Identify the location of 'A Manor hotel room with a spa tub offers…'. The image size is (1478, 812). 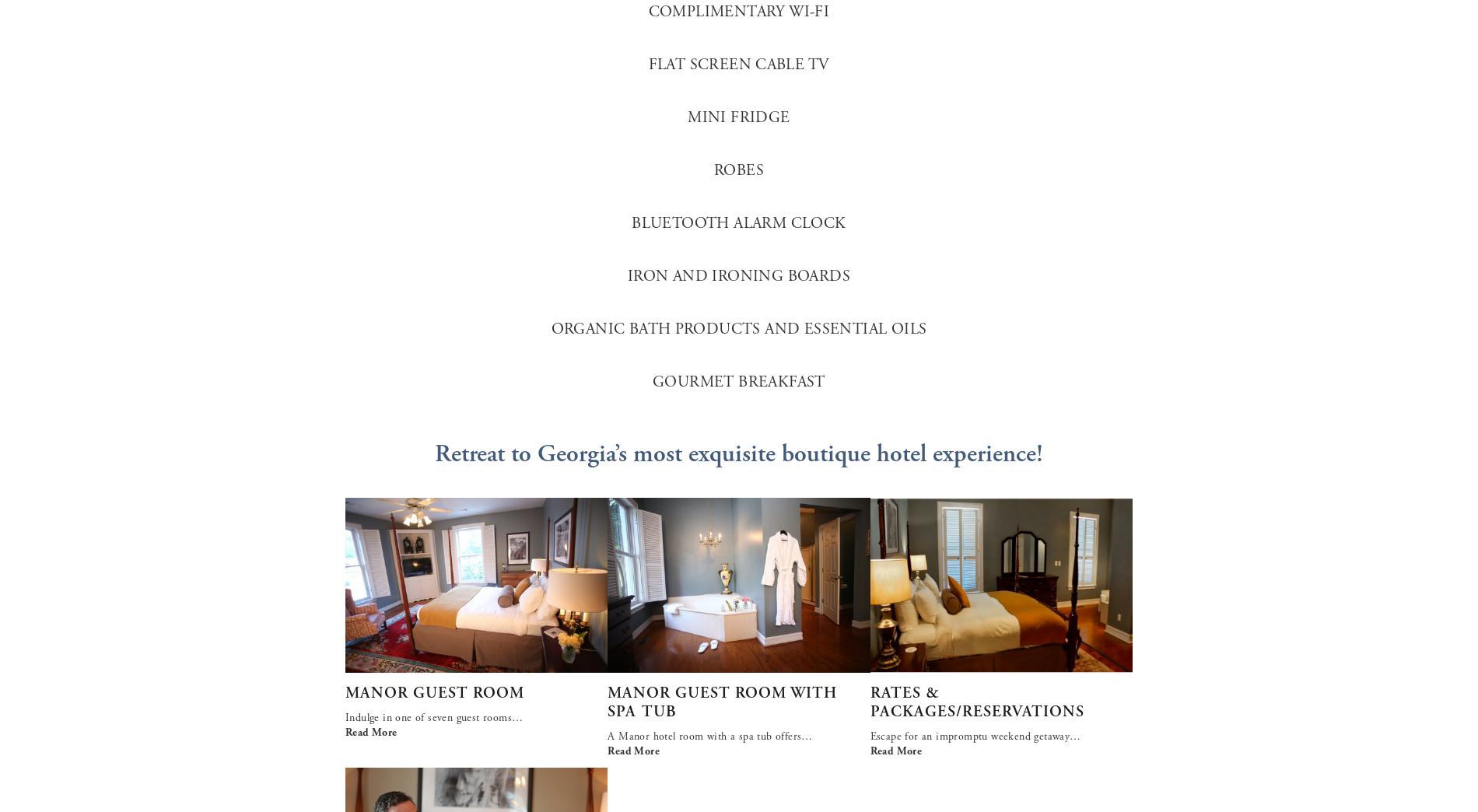
(709, 734).